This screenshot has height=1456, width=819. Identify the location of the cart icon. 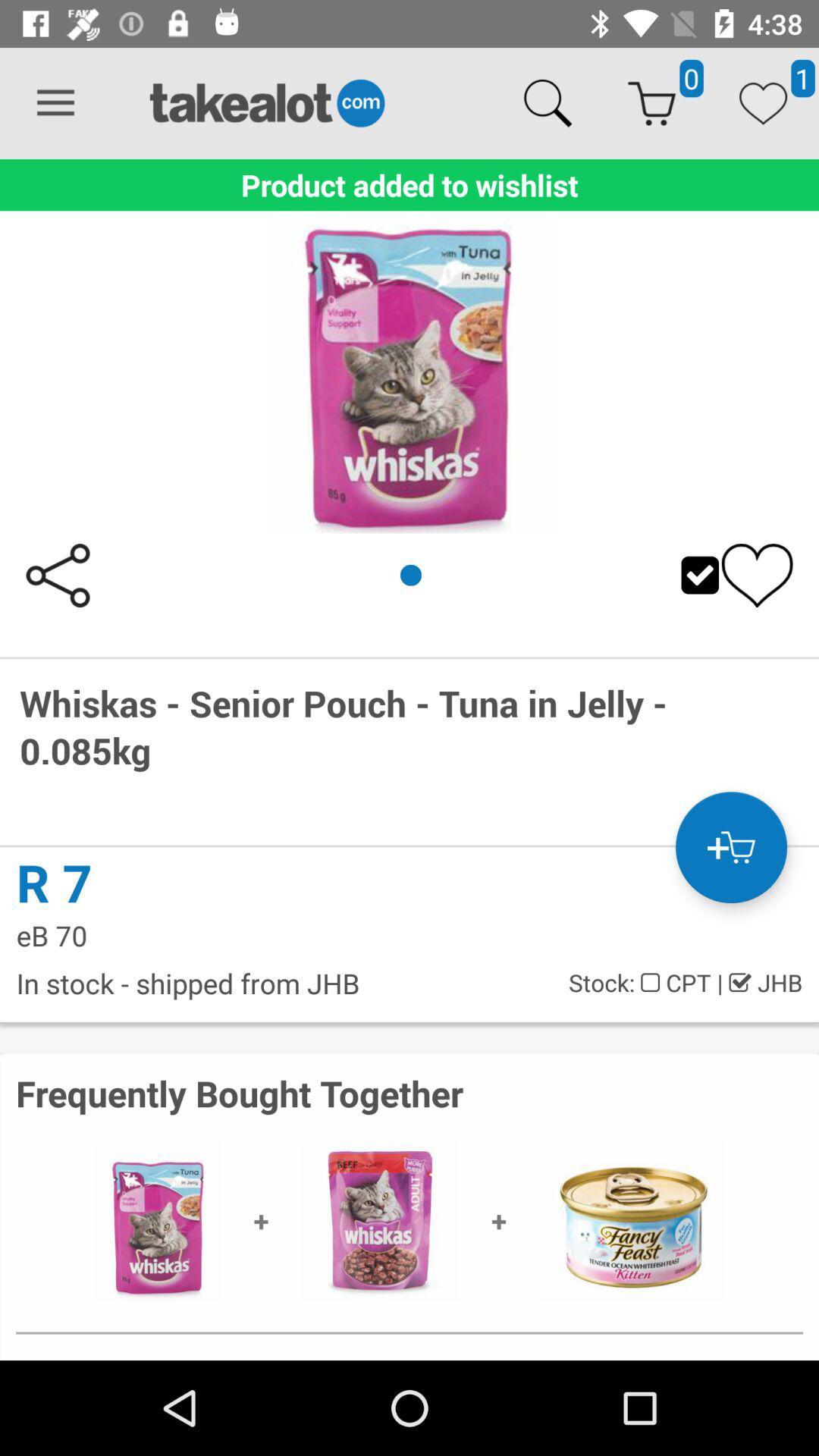
(730, 846).